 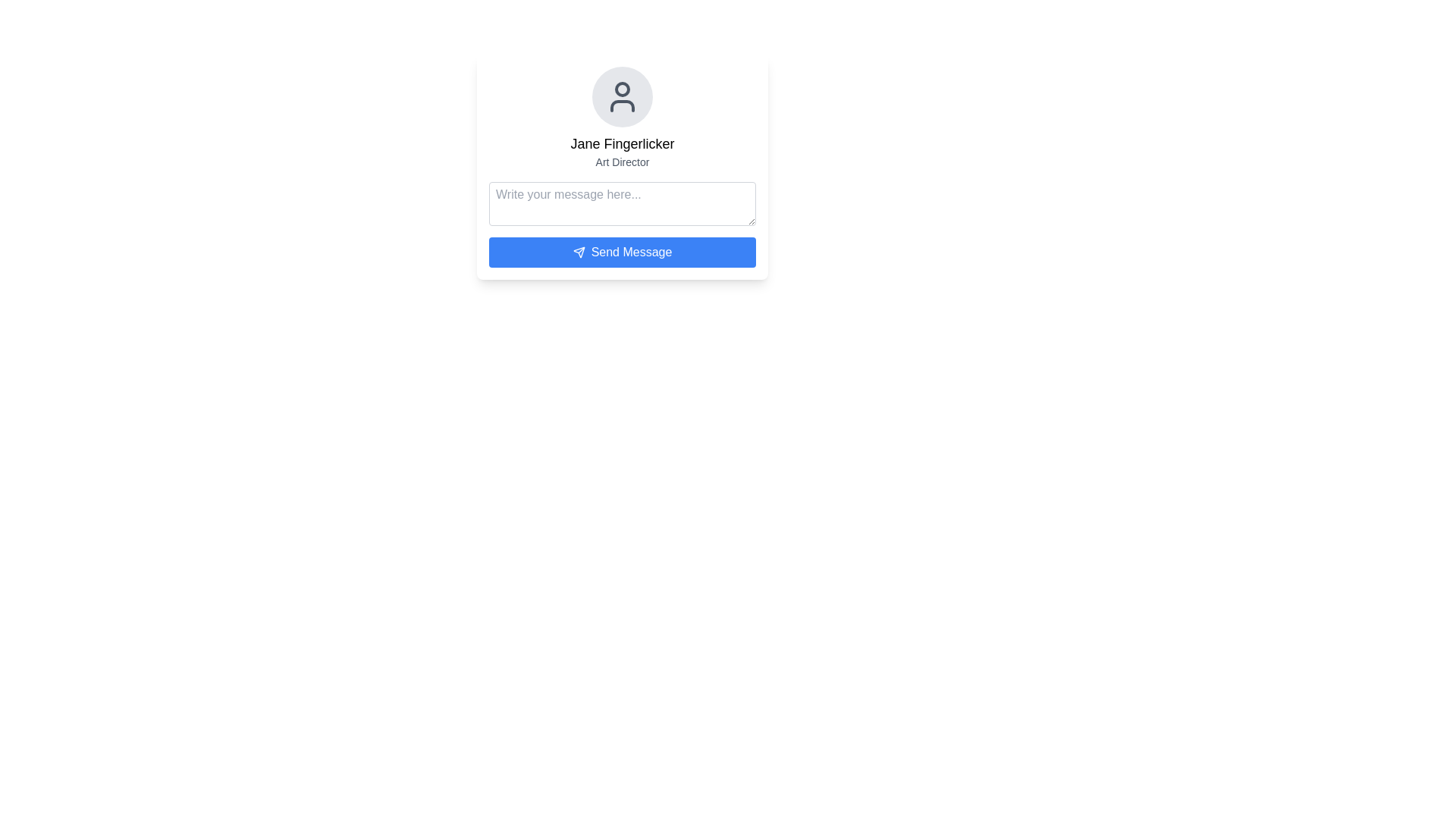 I want to click on the user profile icon, which is a dark gray circular figure with a light gray background, located at the center of the page above the name 'Jane Fingerlicker' and designation 'Art Director', so click(x=622, y=96).